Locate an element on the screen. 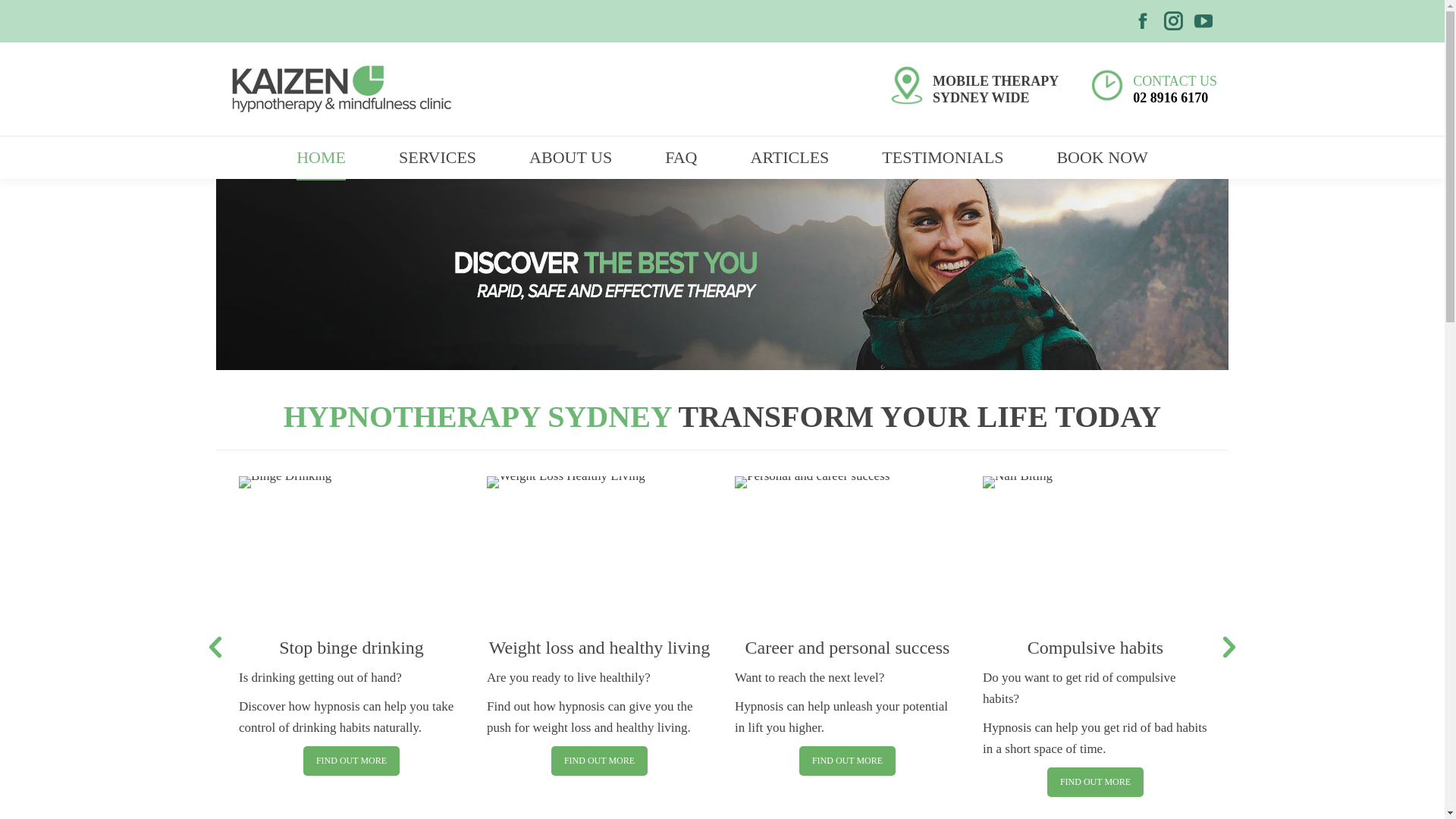 The image size is (1456, 819). 'ARTICLES' is located at coordinates (789, 158).